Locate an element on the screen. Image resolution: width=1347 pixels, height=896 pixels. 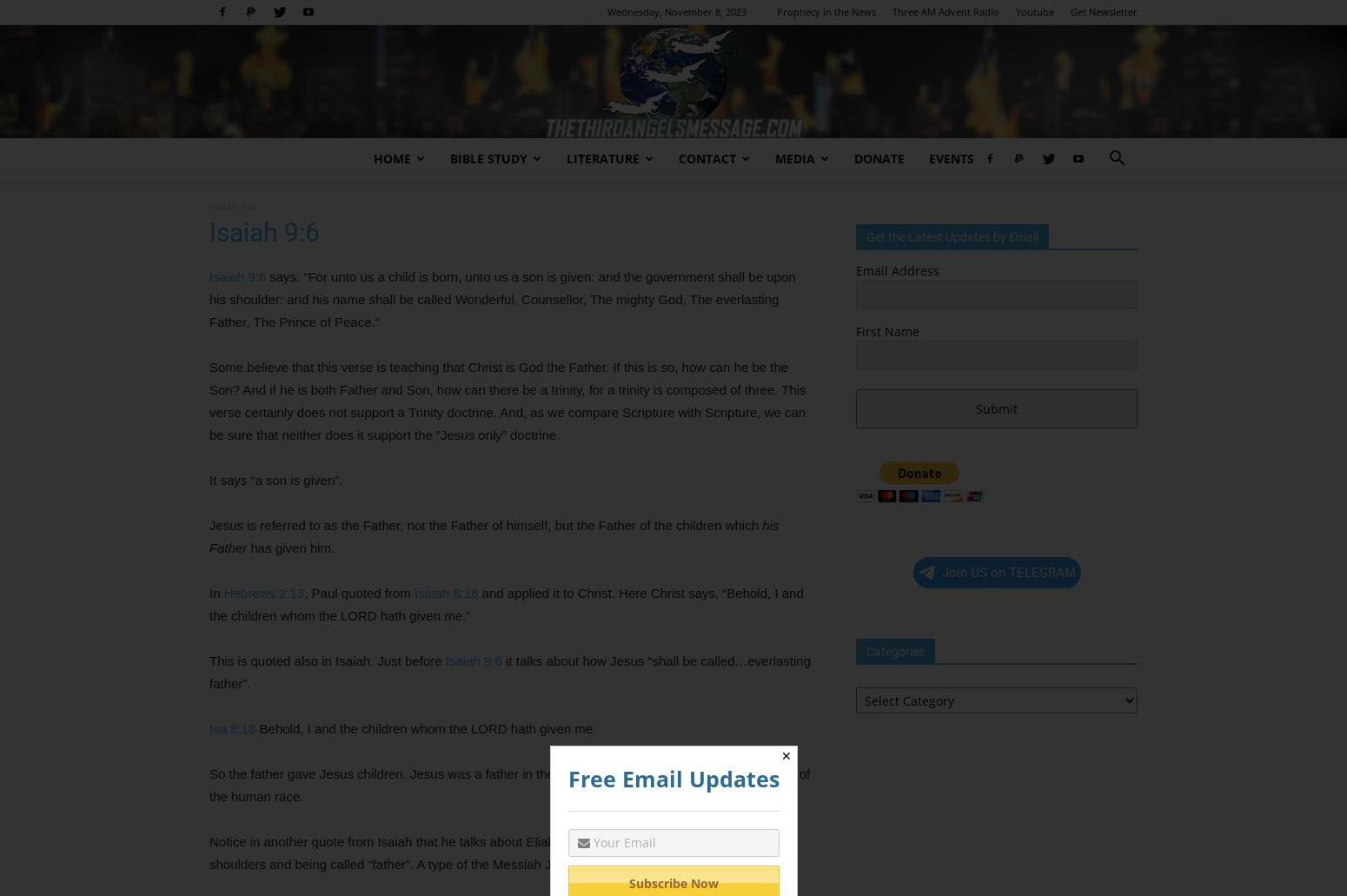
'has given him.' is located at coordinates (291, 548).